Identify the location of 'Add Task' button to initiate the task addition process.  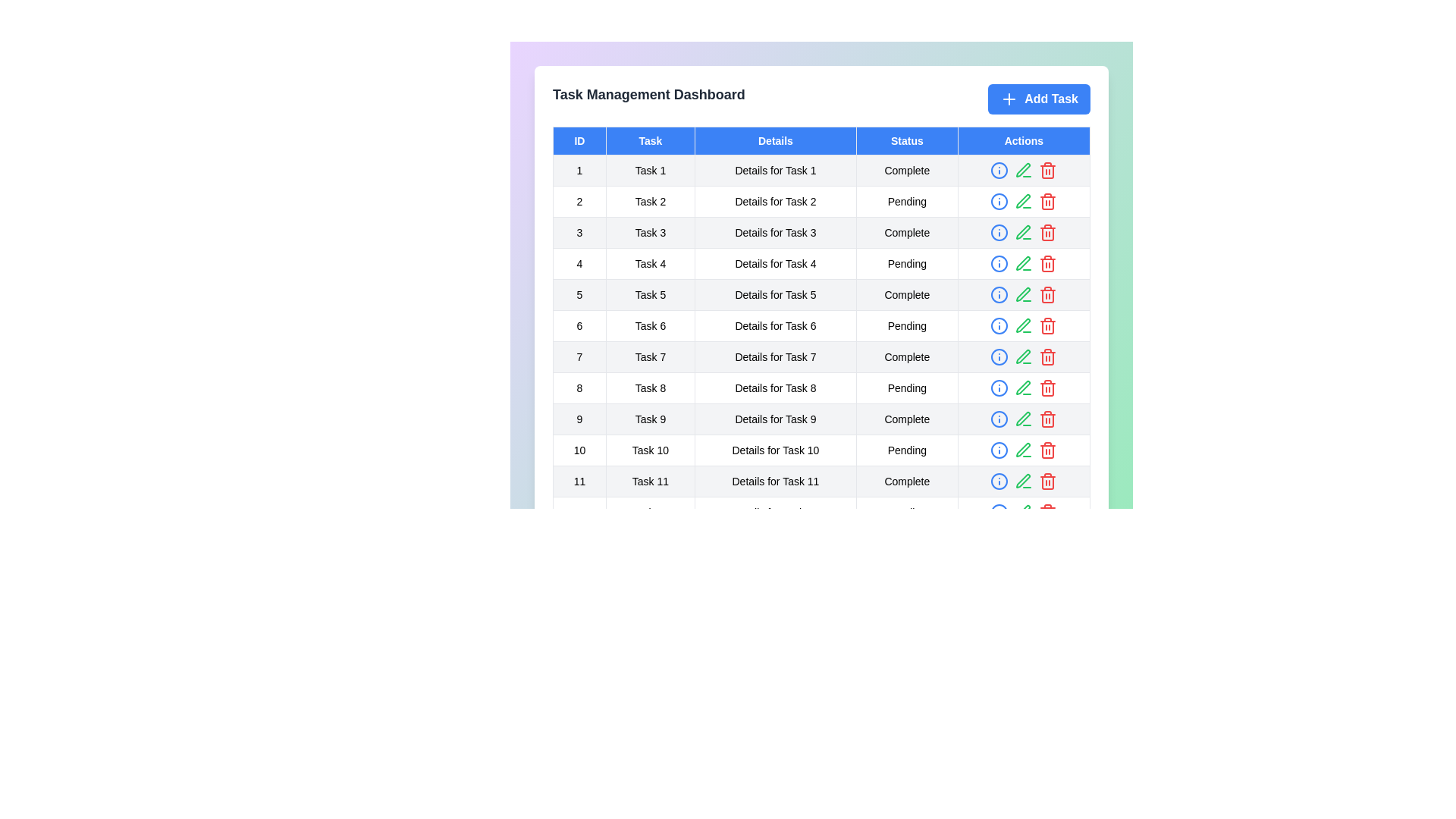
(1038, 99).